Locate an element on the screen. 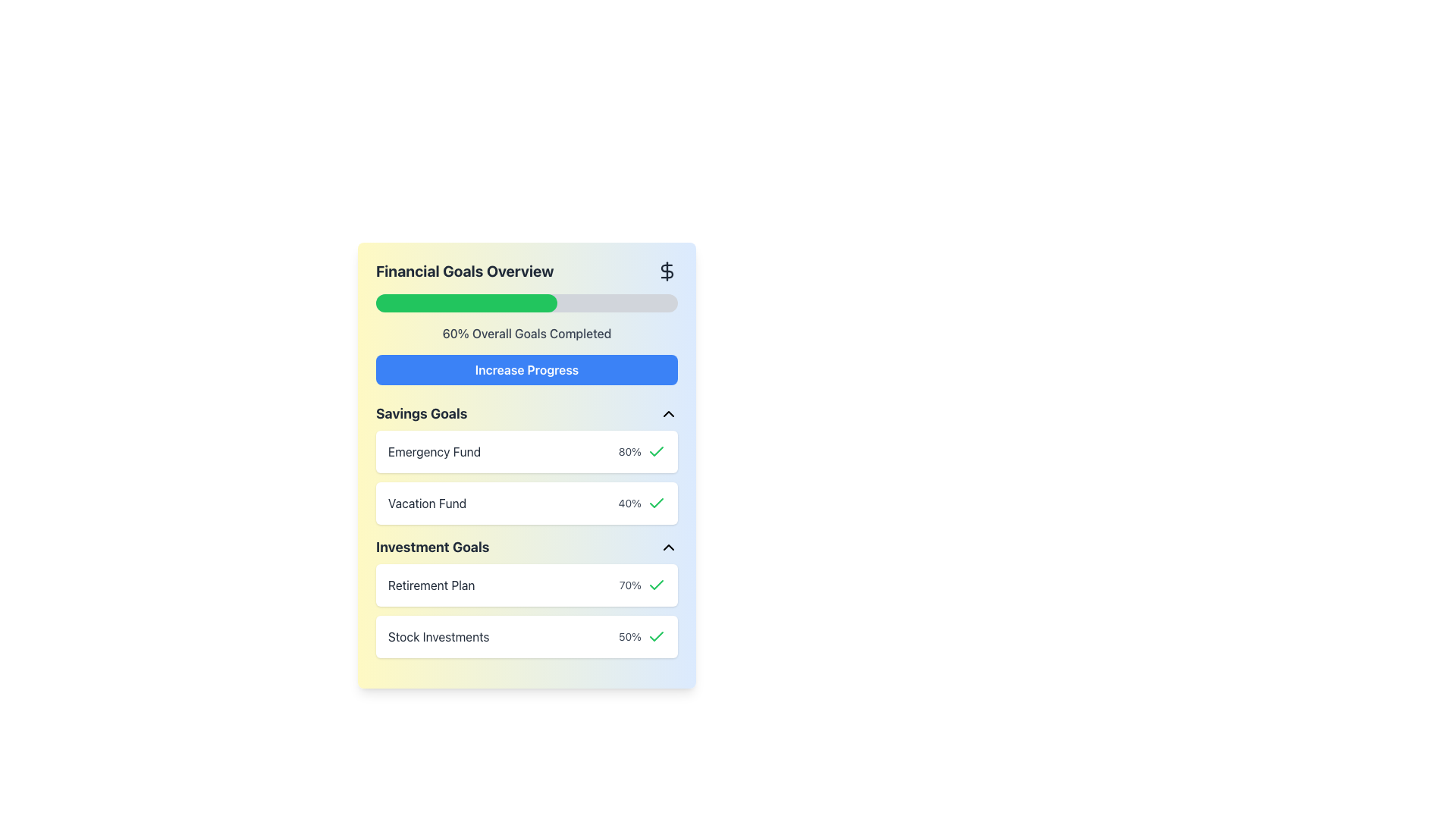  the financial management icon located to the far right of the 'Financial Goals Overview' heading is located at coordinates (667, 271).